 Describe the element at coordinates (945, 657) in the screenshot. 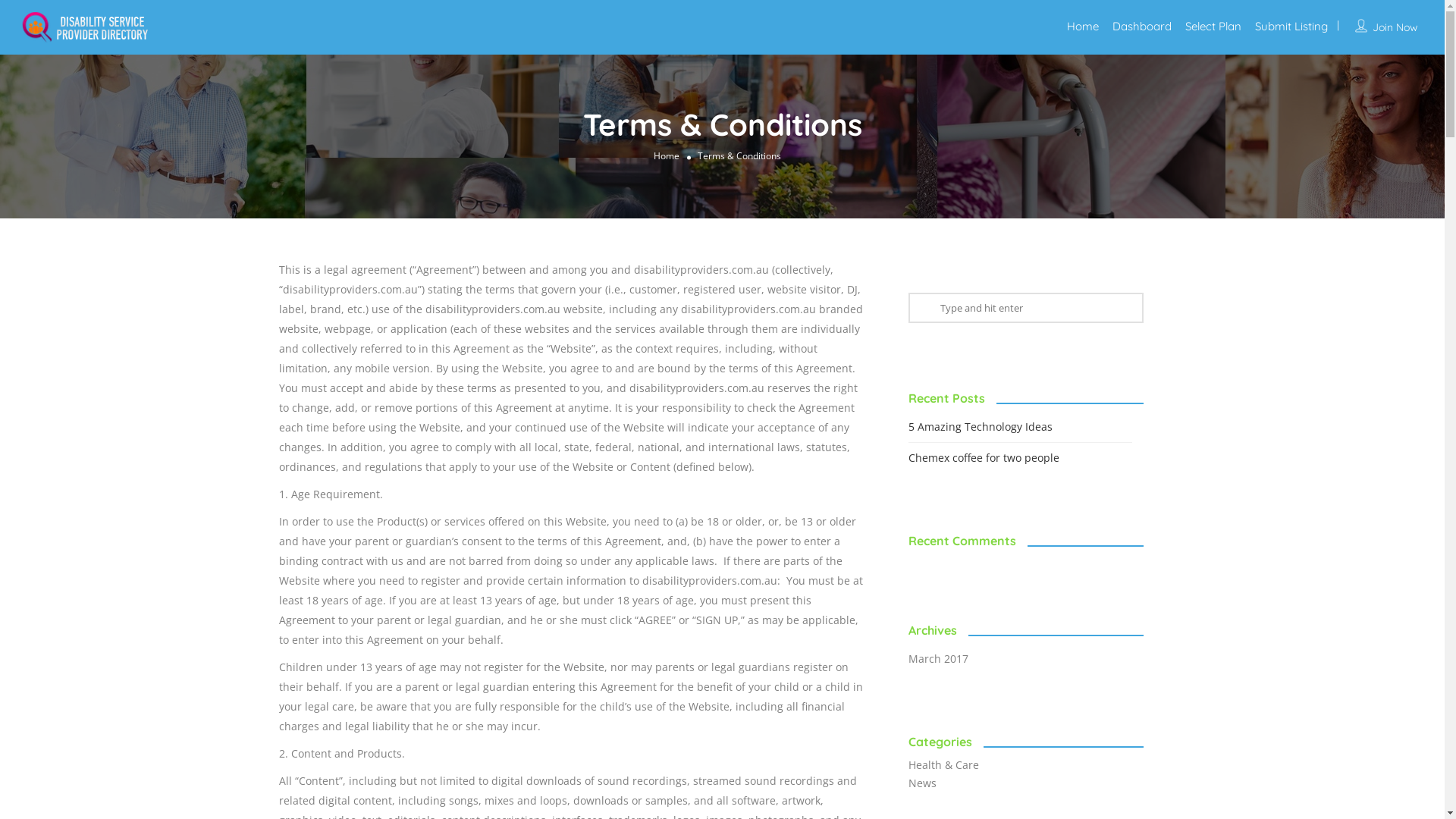

I see `'March 2017'` at that location.